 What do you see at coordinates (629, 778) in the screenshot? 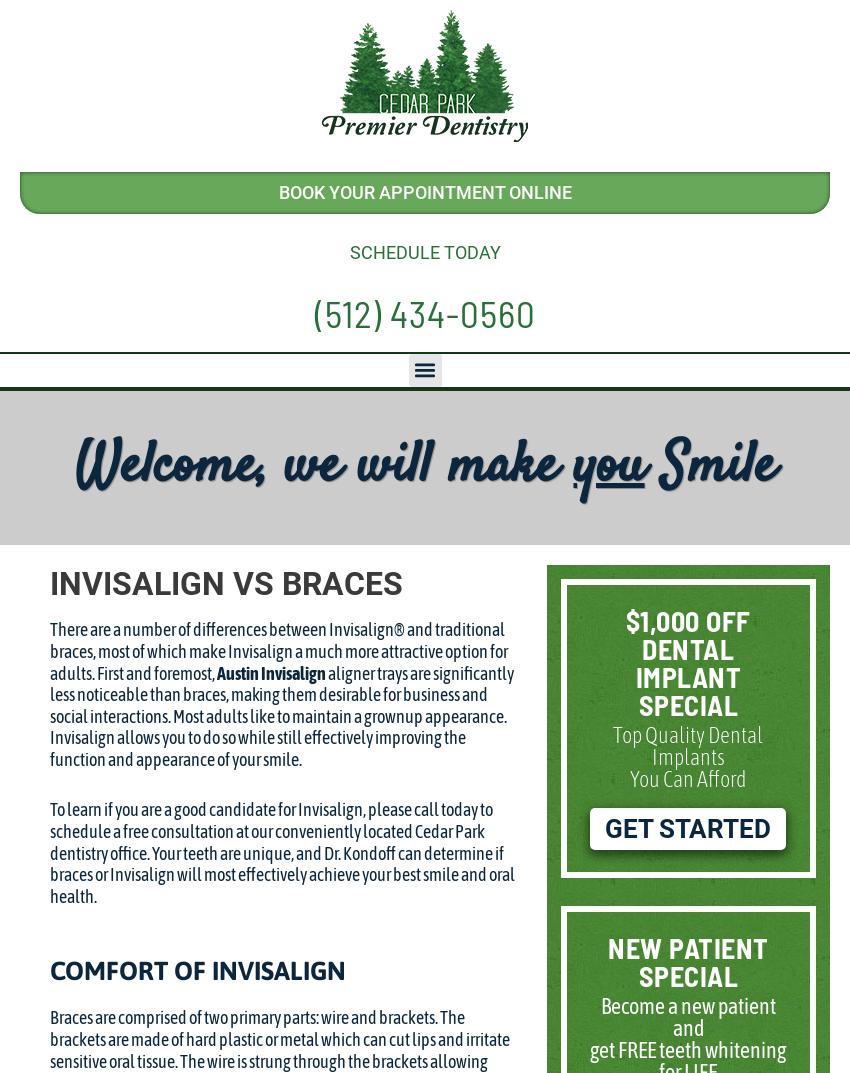
I see `'You Can Afford'` at bounding box center [629, 778].